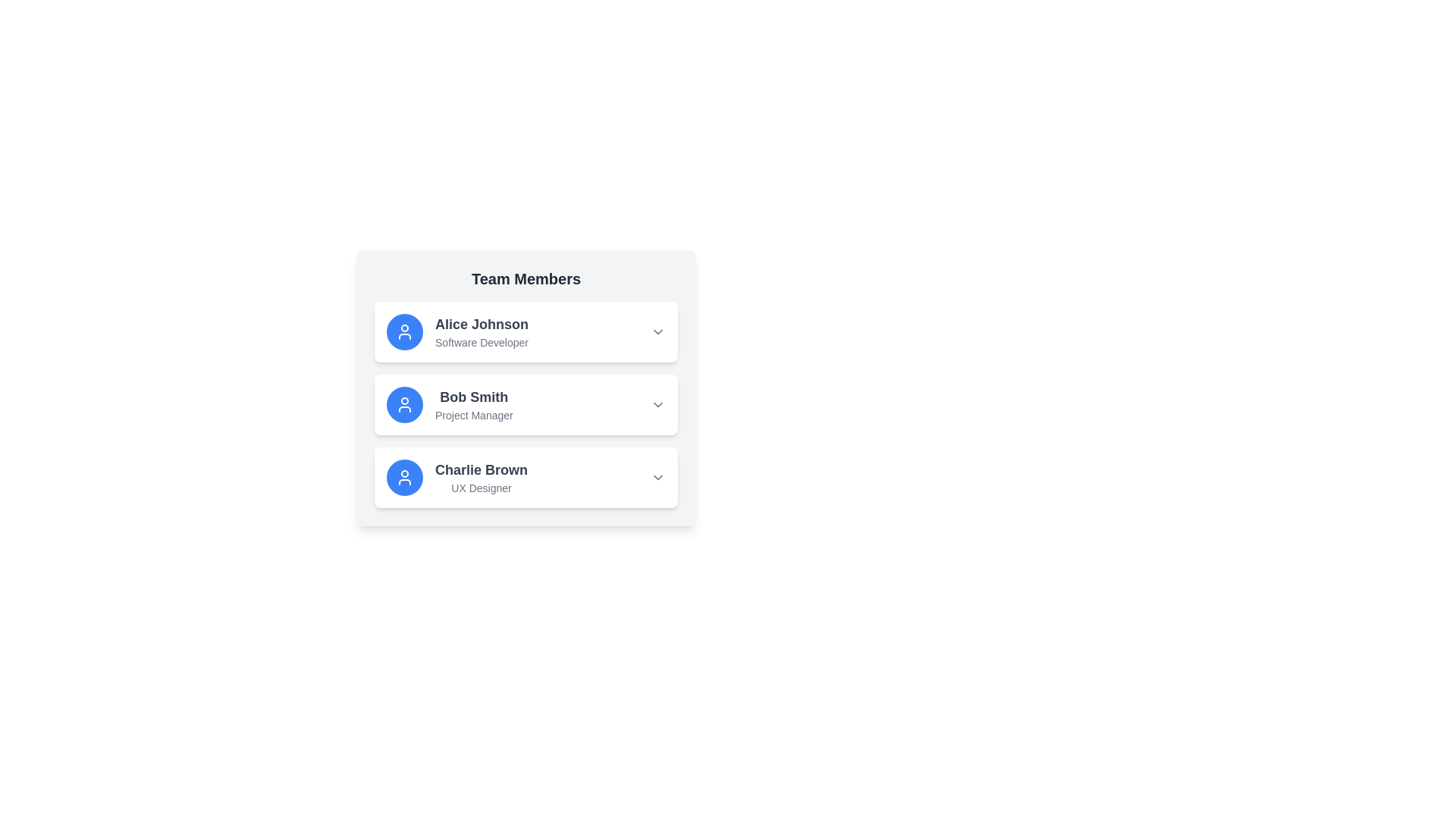 The width and height of the screenshot is (1456, 819). Describe the element at coordinates (404, 331) in the screenshot. I see `the circular icon with a blue background and a white user symbol, located to the left of 'Alice Johnson' and 'Software Developer'` at that location.